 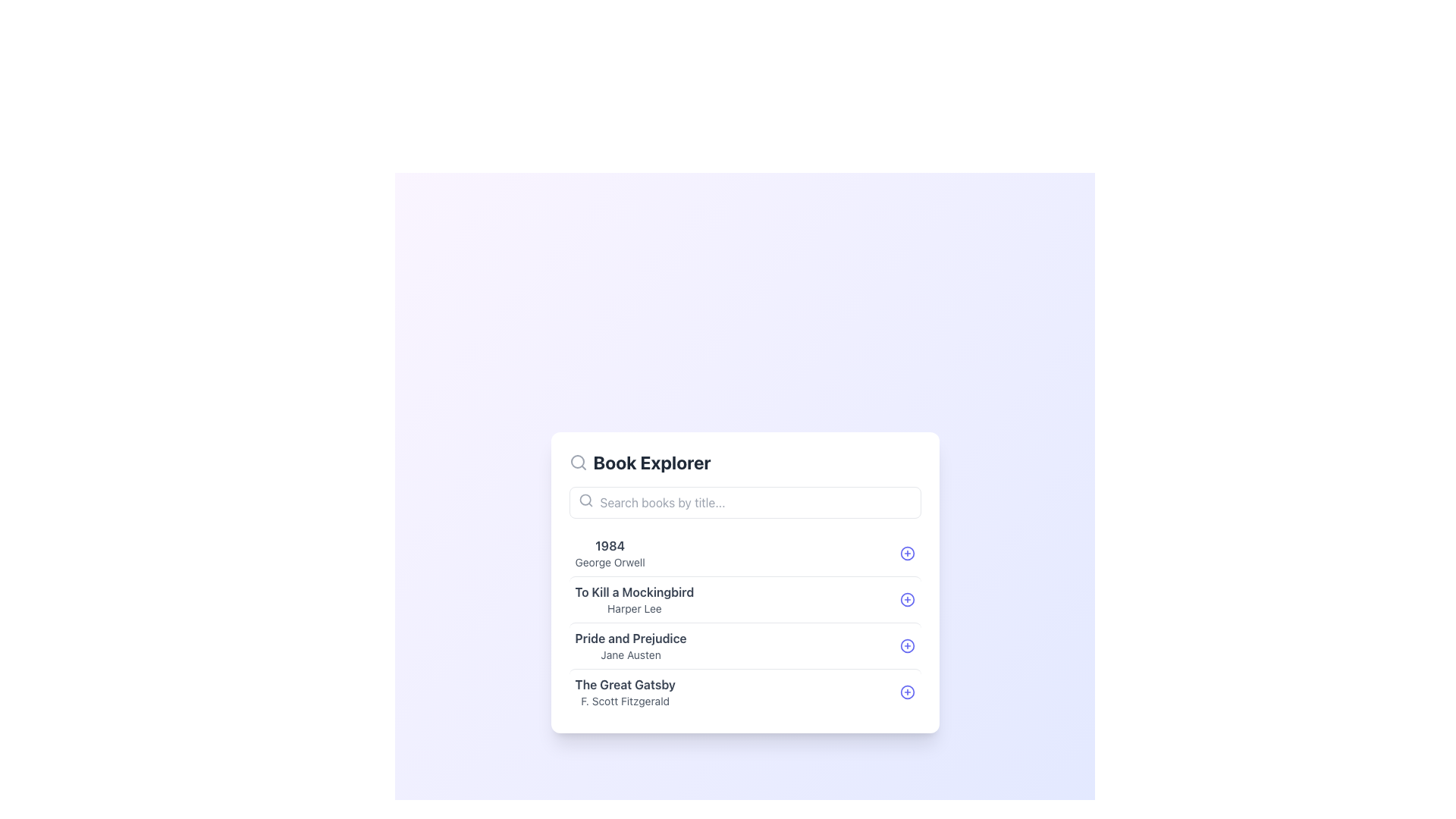 I want to click on the first List Item in the 'Book Explorer' section, which displays the title '1984' by George Orwell, so click(x=745, y=553).